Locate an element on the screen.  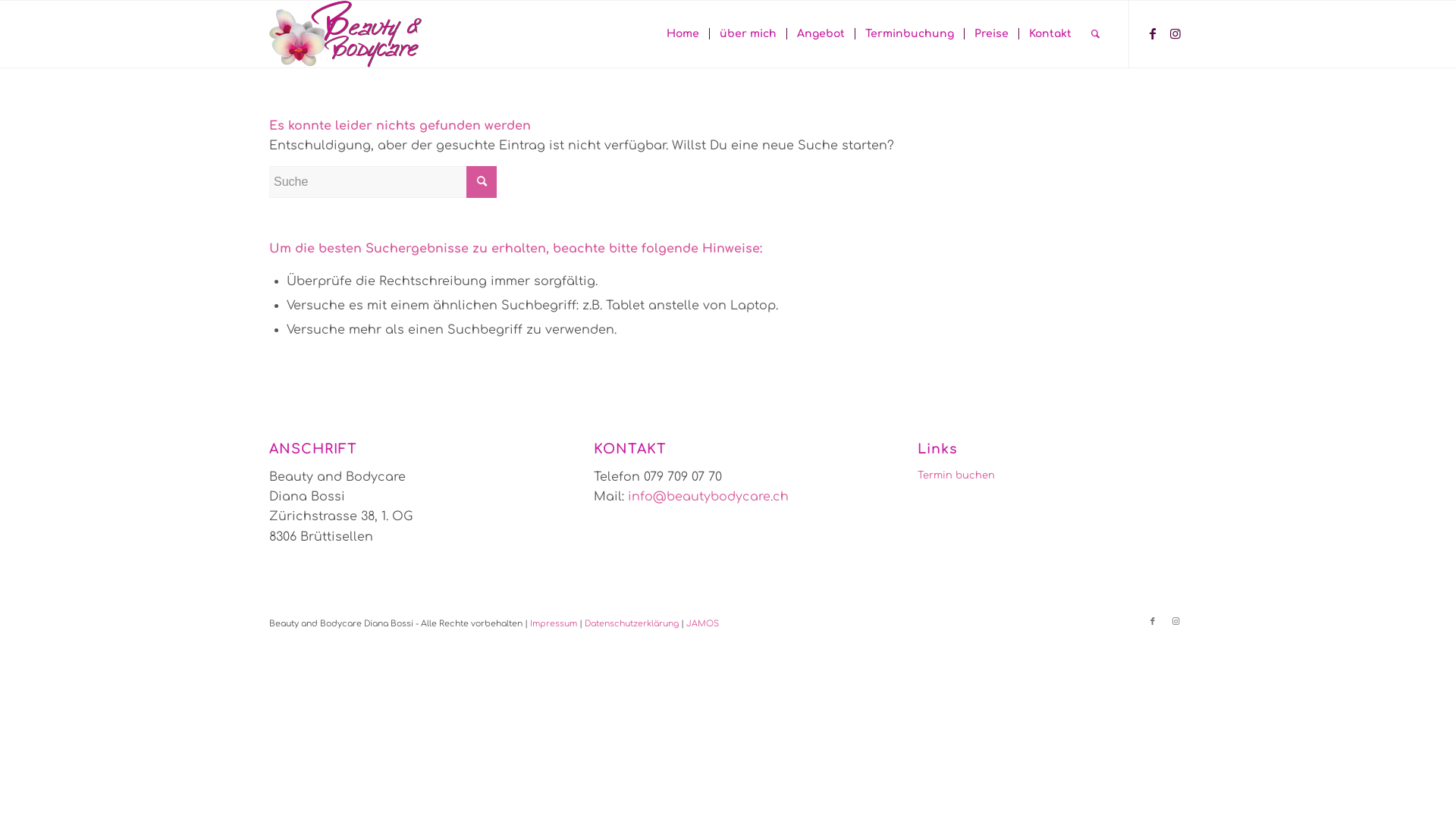
'Impressum' is located at coordinates (552, 623).